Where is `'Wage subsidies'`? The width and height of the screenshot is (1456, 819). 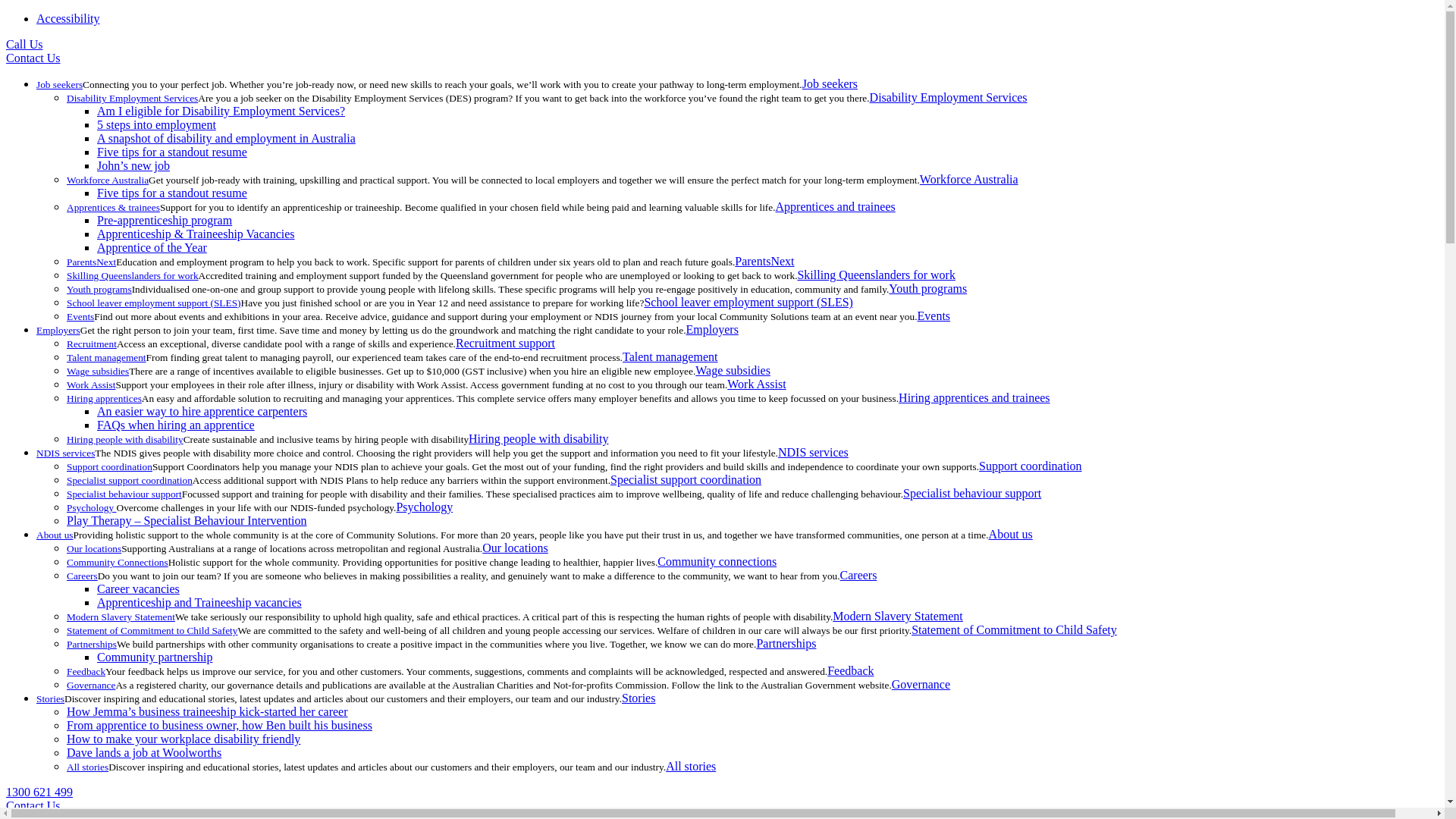
'Wage subsidies' is located at coordinates (694, 370).